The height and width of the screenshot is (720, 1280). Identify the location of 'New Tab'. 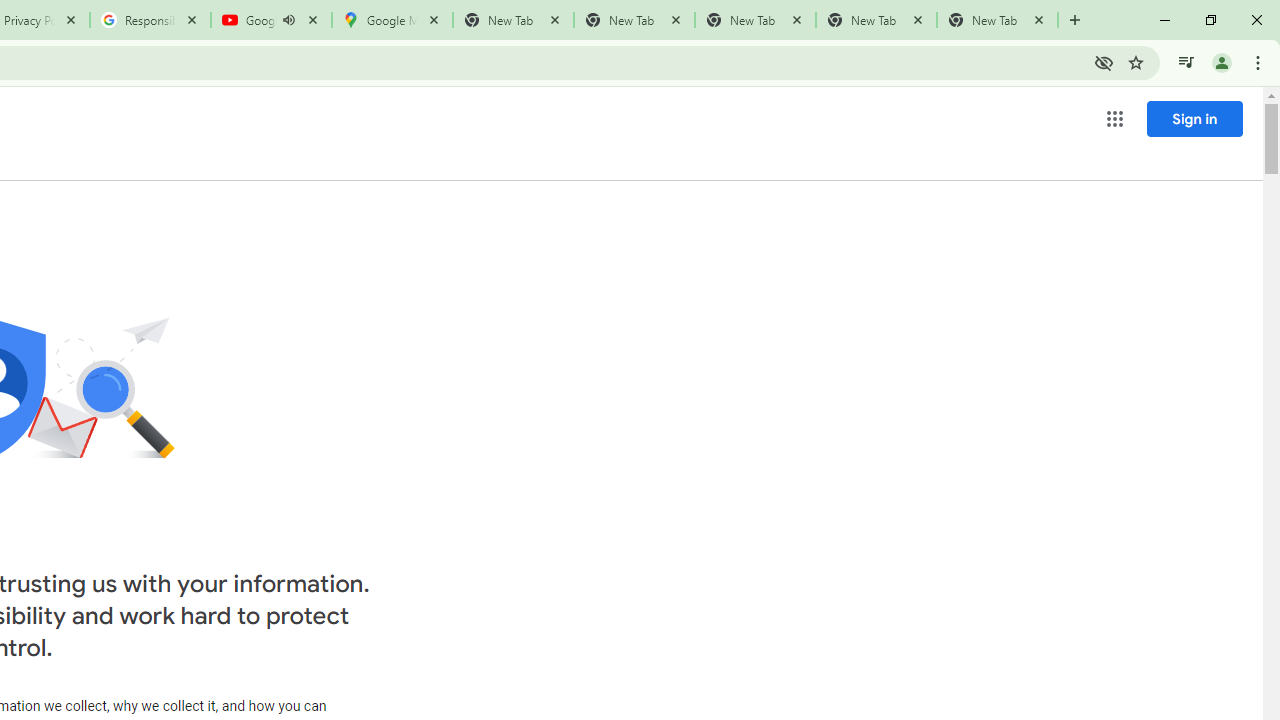
(997, 20).